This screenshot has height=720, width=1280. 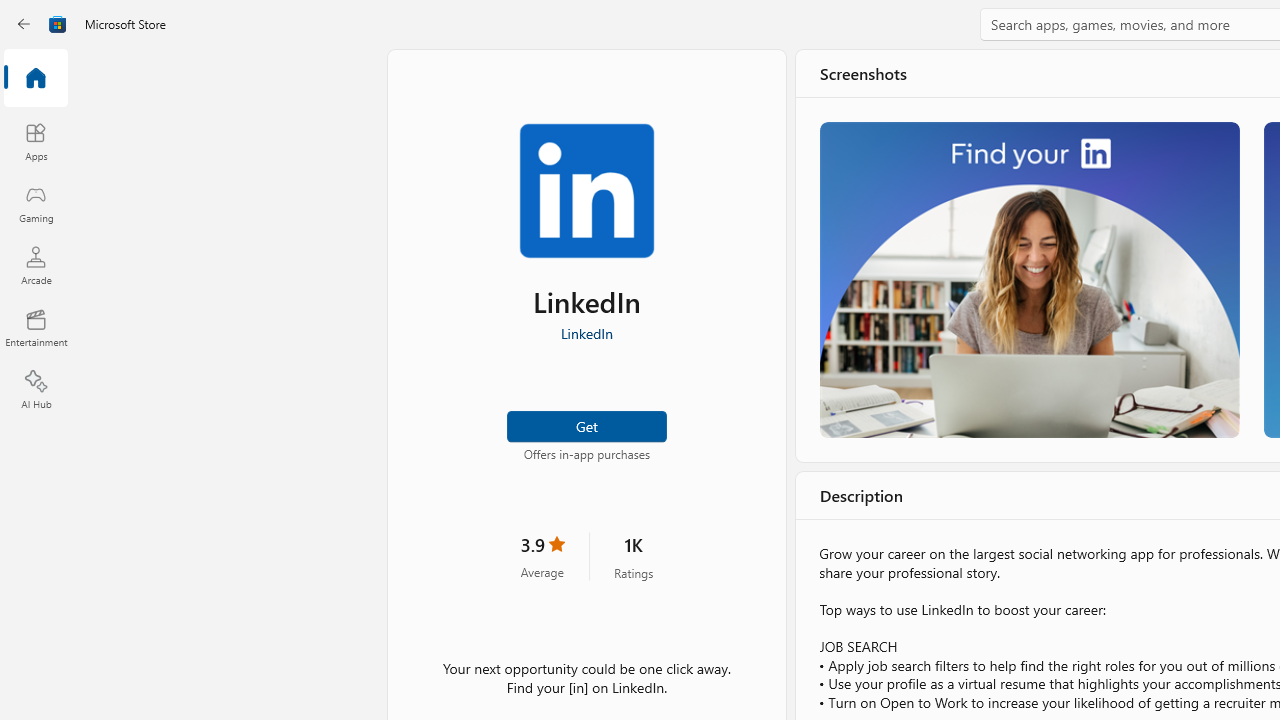 I want to click on 'Screenshot 1', so click(x=1029, y=279).